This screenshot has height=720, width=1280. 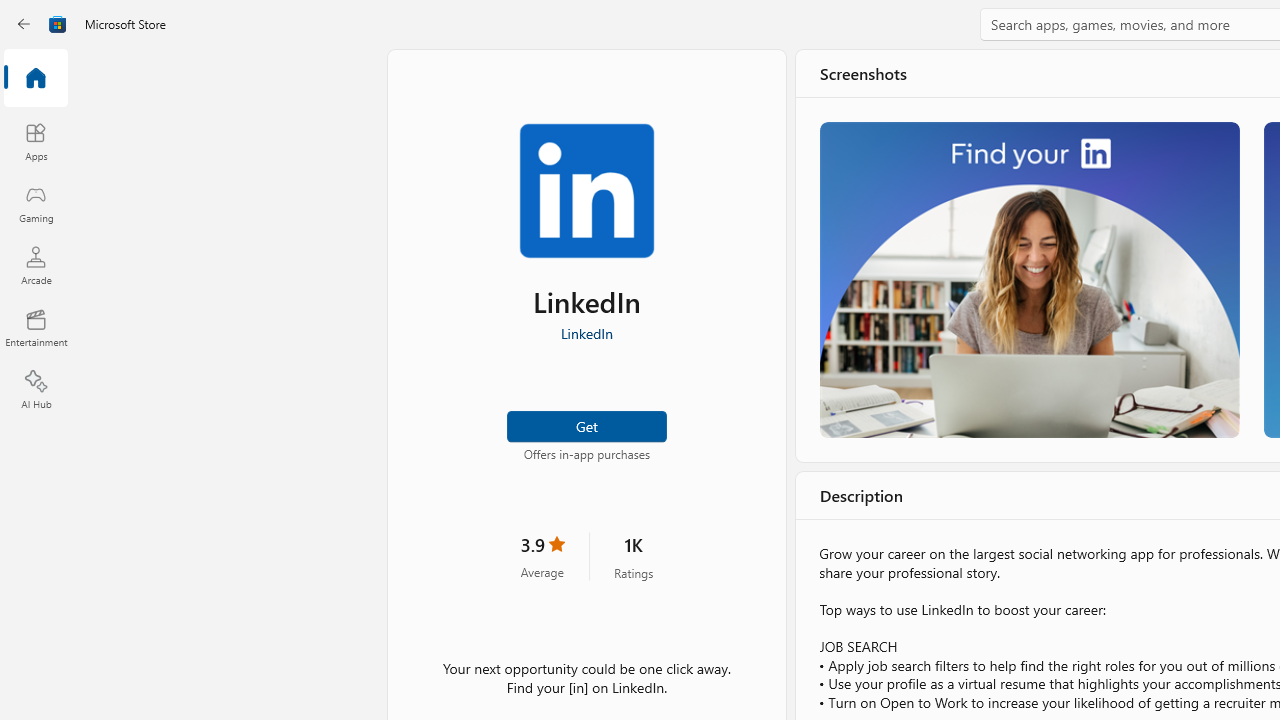 I want to click on 'Screenshot 1', so click(x=1029, y=279).